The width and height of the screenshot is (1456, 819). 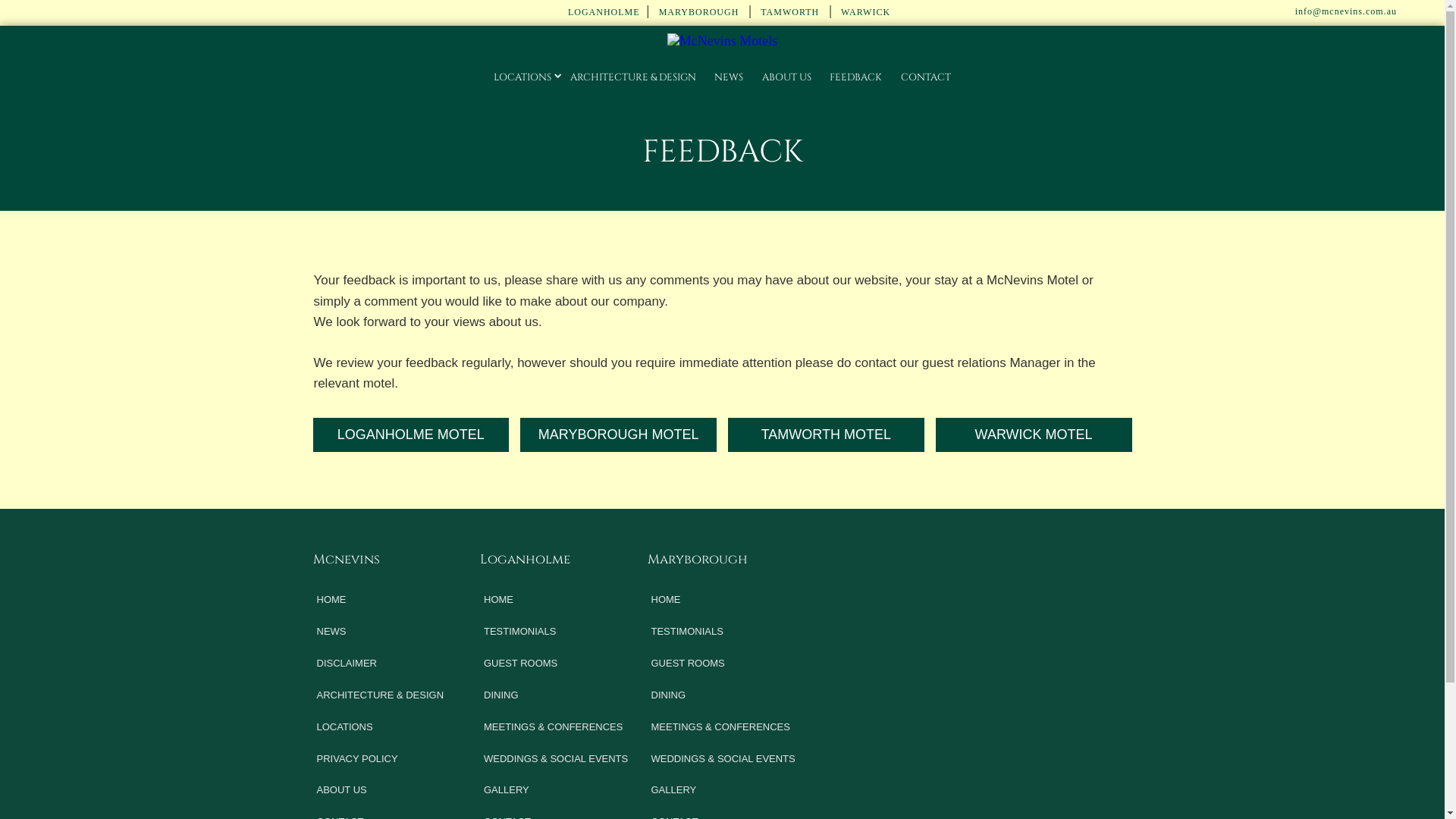 What do you see at coordinates (563, 663) in the screenshot?
I see `'GUEST ROOMS'` at bounding box center [563, 663].